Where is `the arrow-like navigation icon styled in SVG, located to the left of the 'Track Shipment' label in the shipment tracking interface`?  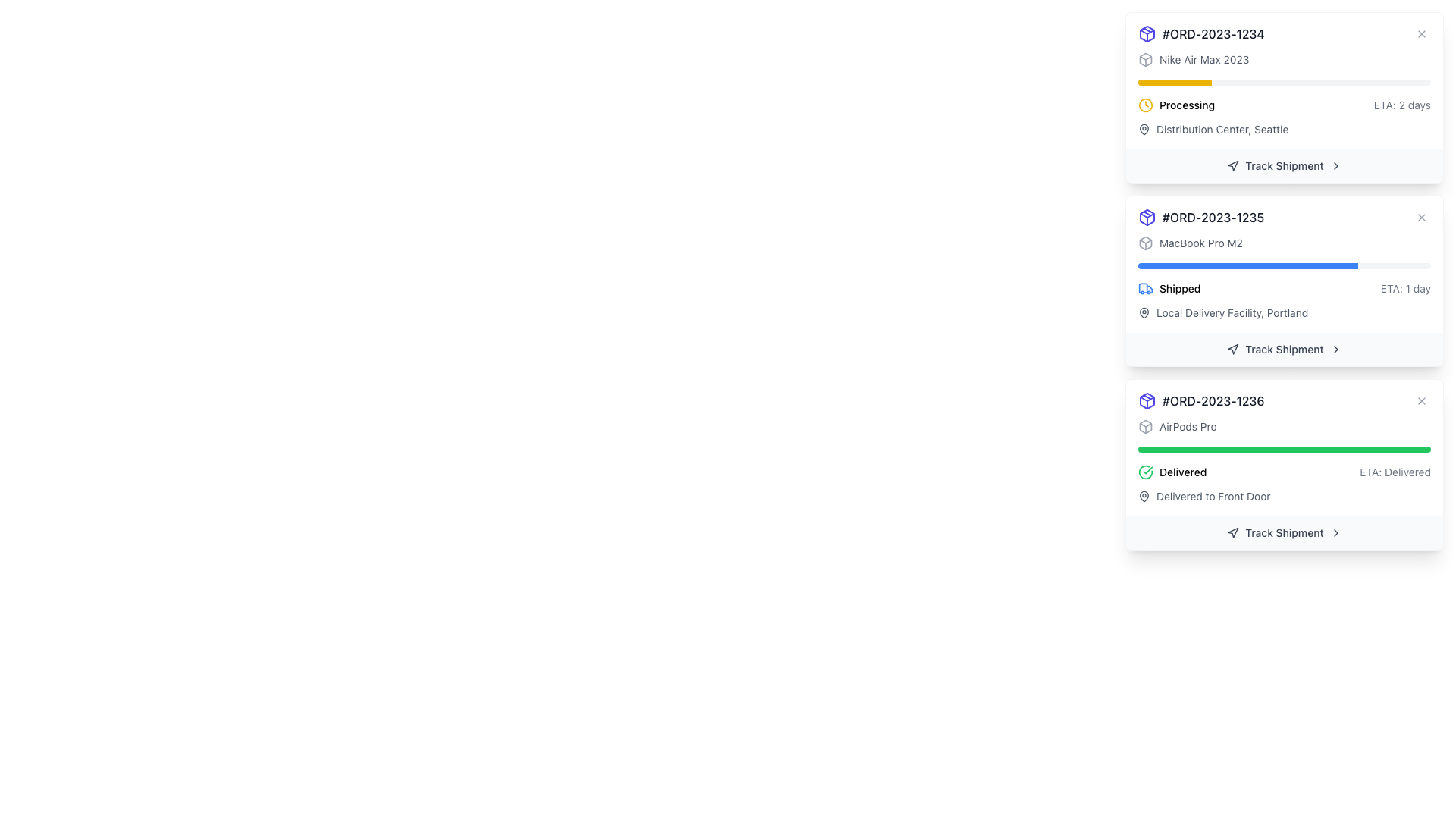 the arrow-like navigation icon styled in SVG, located to the left of the 'Track Shipment' label in the shipment tracking interface is located at coordinates (1233, 532).